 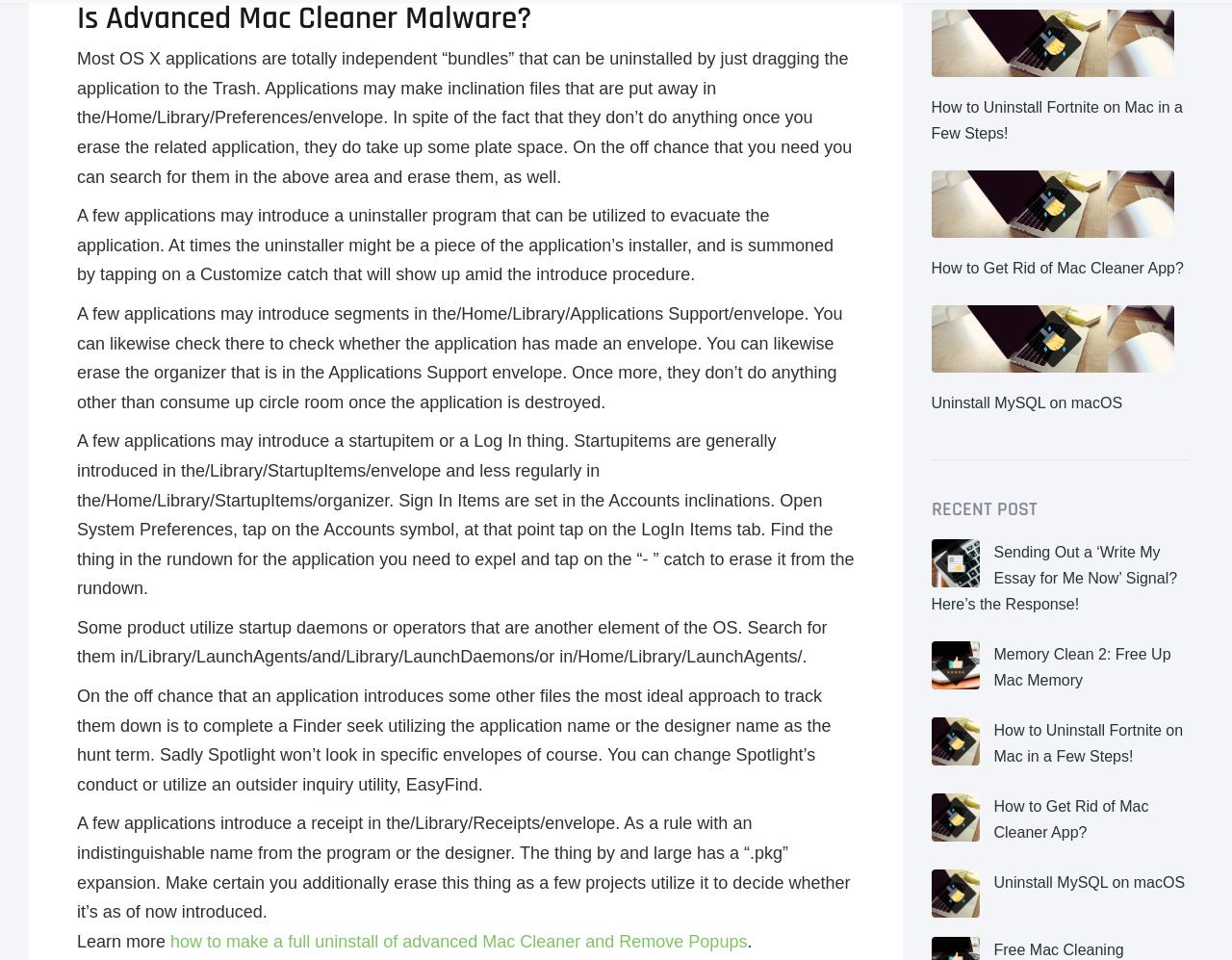 What do you see at coordinates (983, 507) in the screenshot?
I see `'Recent Post'` at bounding box center [983, 507].